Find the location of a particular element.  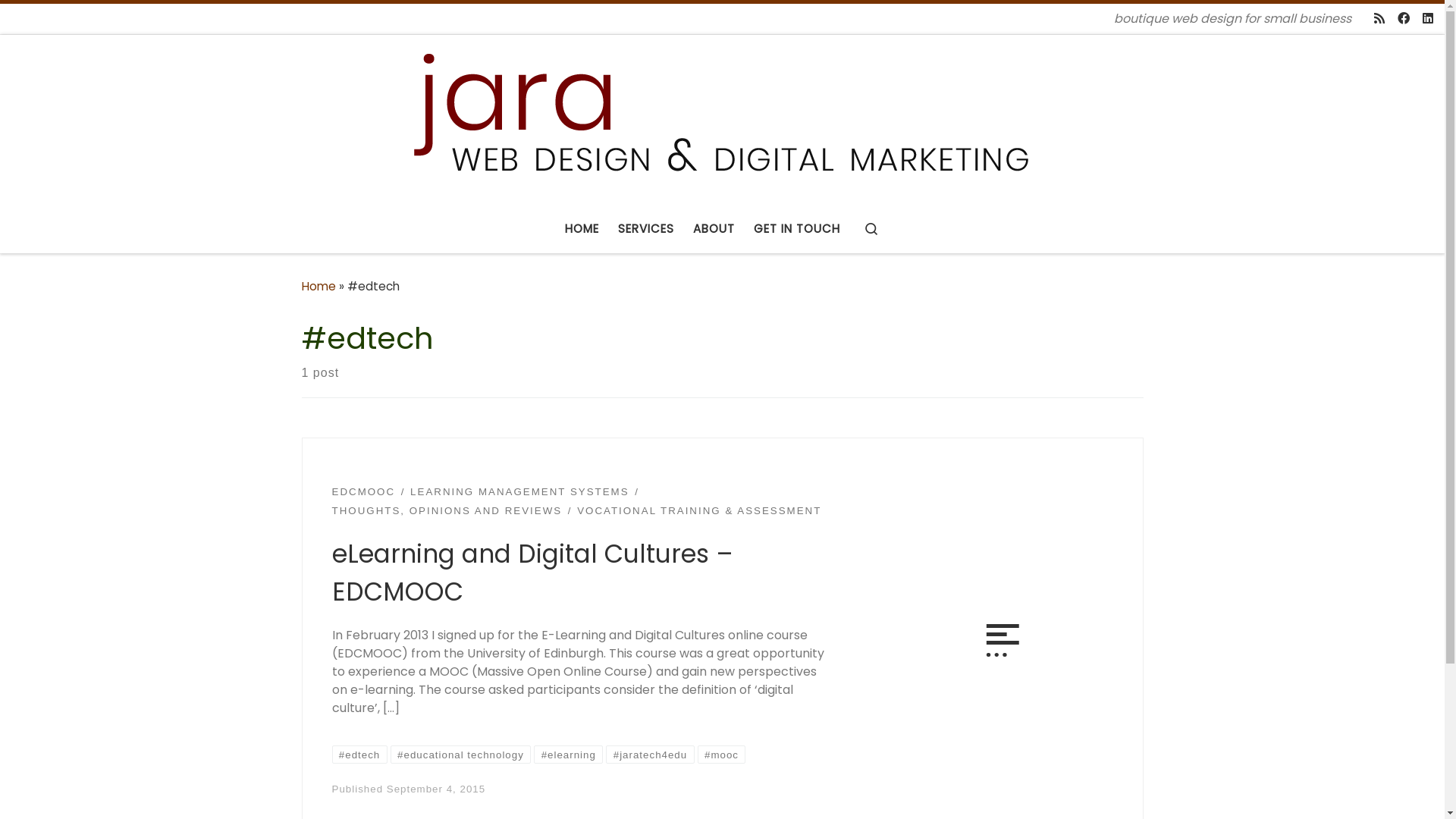

'THOUGHTS, OPINIONS AND REVIEWS' is located at coordinates (447, 511).